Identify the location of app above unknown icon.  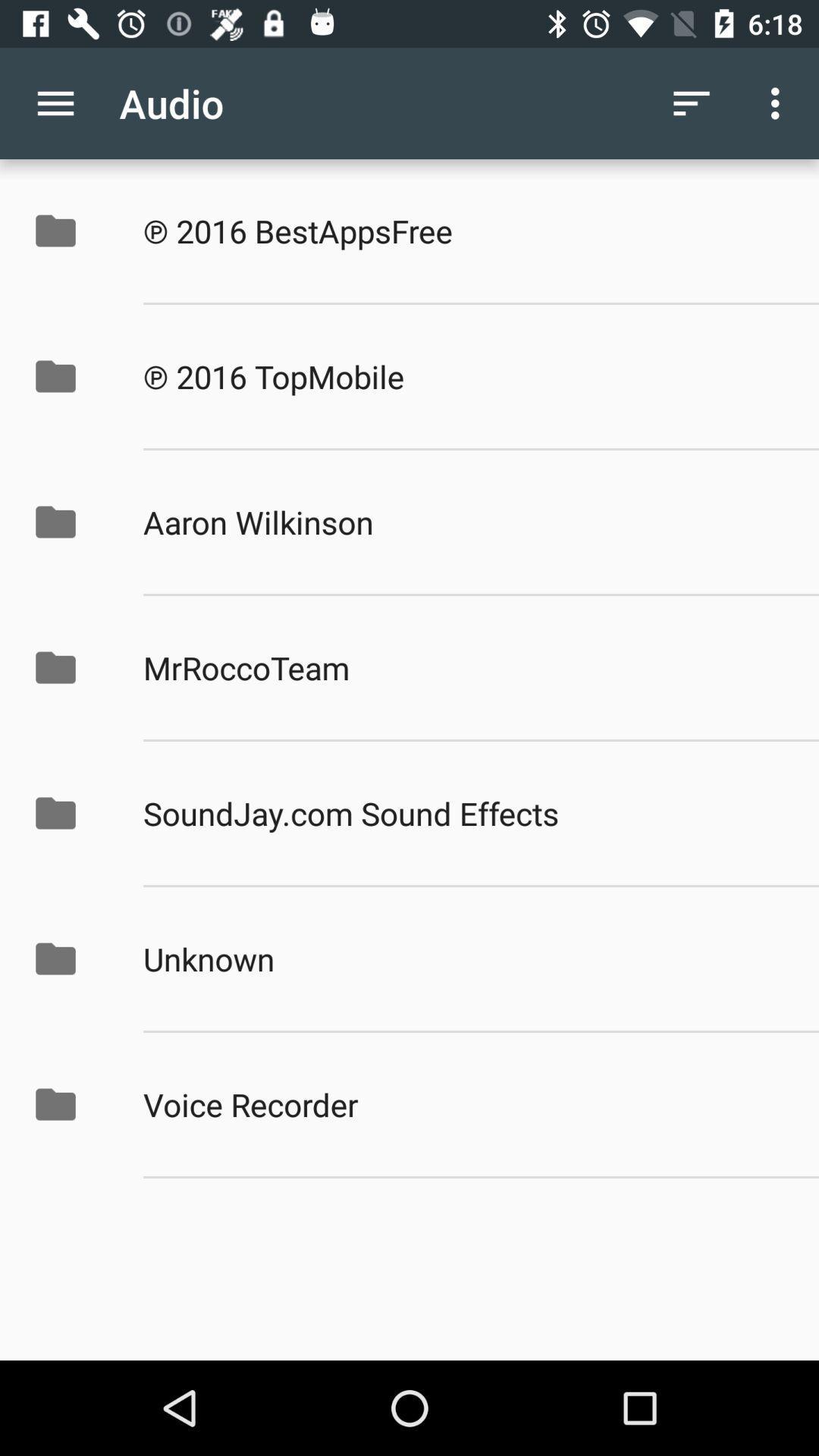
(464, 812).